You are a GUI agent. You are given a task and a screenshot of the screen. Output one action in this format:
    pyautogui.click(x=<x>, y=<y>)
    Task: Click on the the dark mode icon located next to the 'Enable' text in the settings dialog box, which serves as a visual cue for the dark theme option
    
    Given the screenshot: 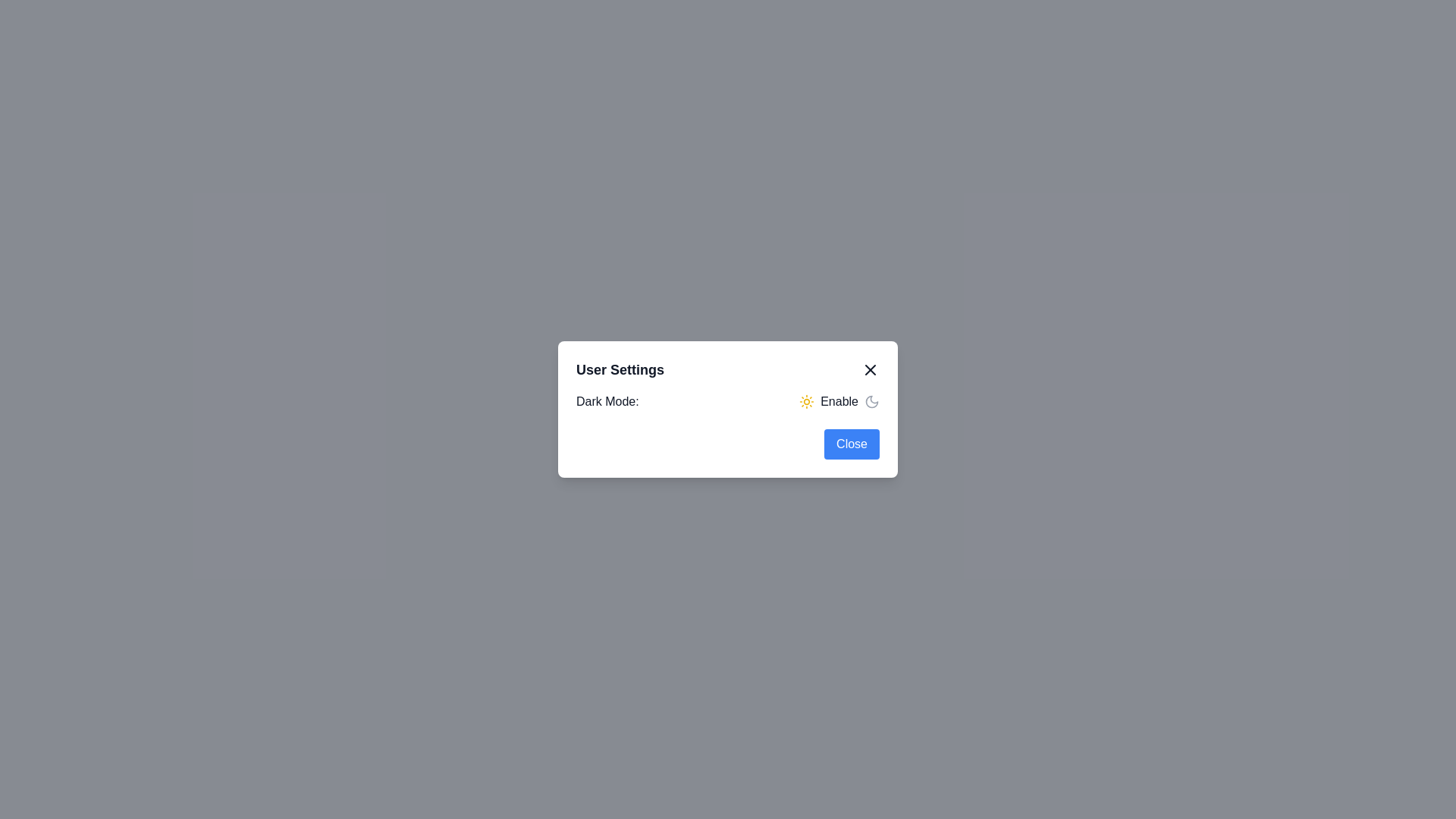 What is the action you would take?
    pyautogui.click(x=872, y=400)
    